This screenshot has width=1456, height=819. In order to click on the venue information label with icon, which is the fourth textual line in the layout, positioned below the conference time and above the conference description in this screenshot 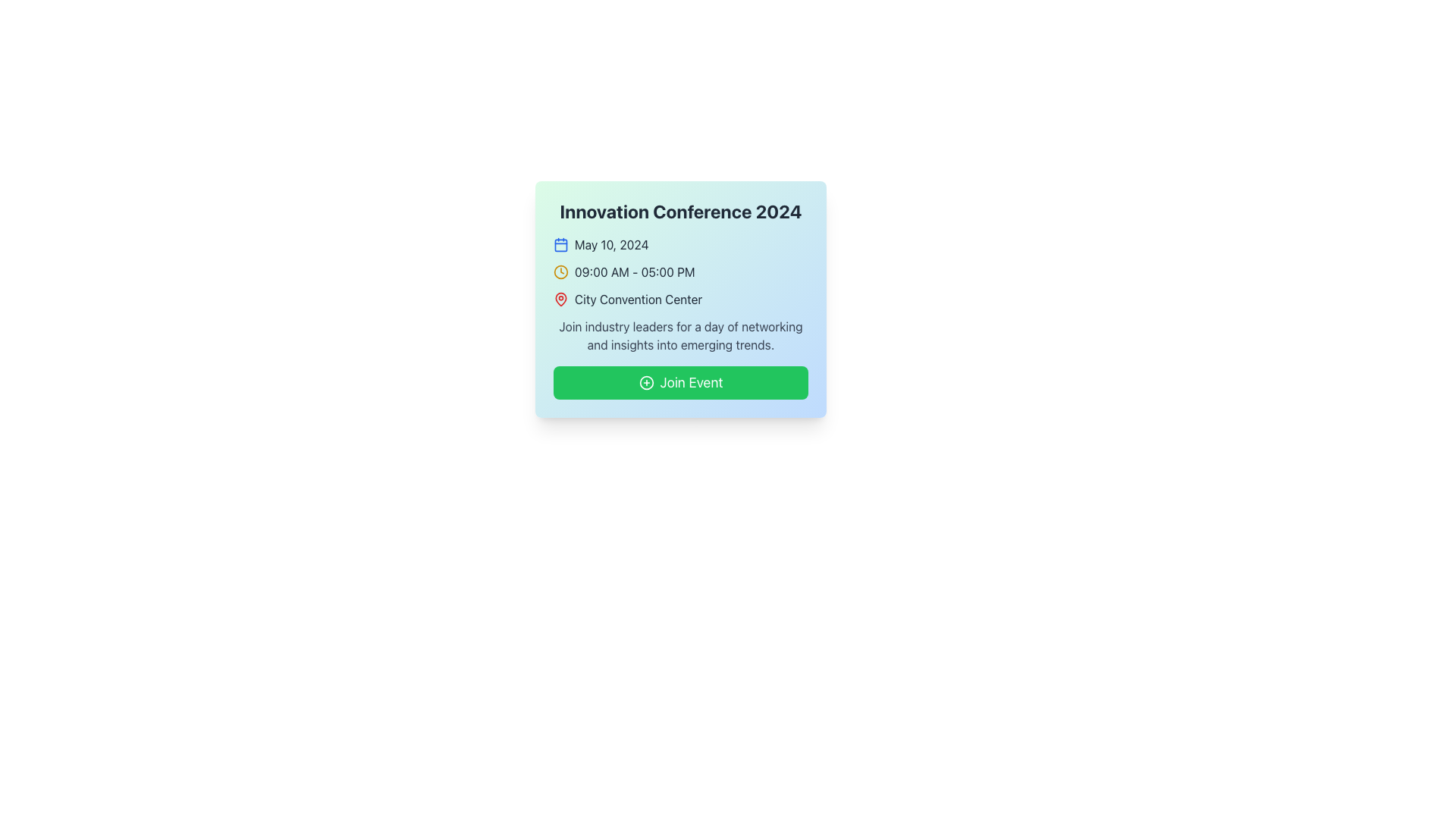, I will do `click(679, 299)`.